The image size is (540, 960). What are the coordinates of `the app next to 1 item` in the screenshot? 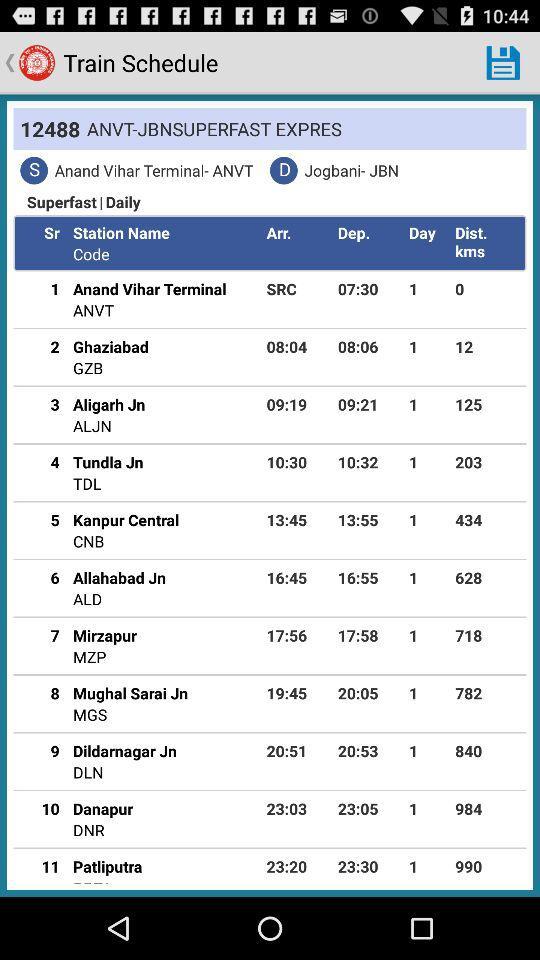 It's located at (486, 403).